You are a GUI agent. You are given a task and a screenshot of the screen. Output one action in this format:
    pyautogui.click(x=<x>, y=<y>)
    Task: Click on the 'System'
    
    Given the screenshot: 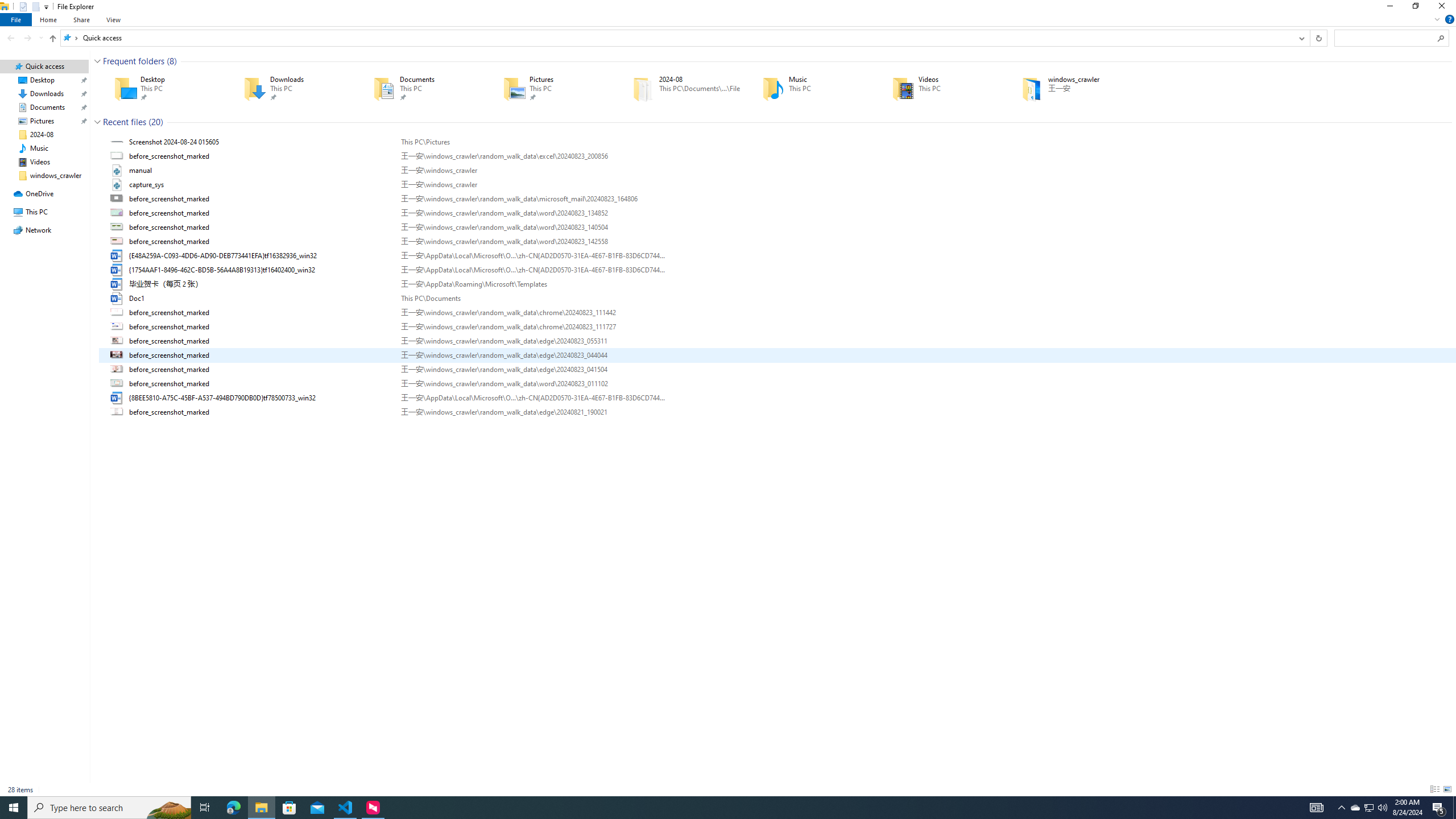 What is the action you would take?
    pyautogui.click(x=6, y=5)
    